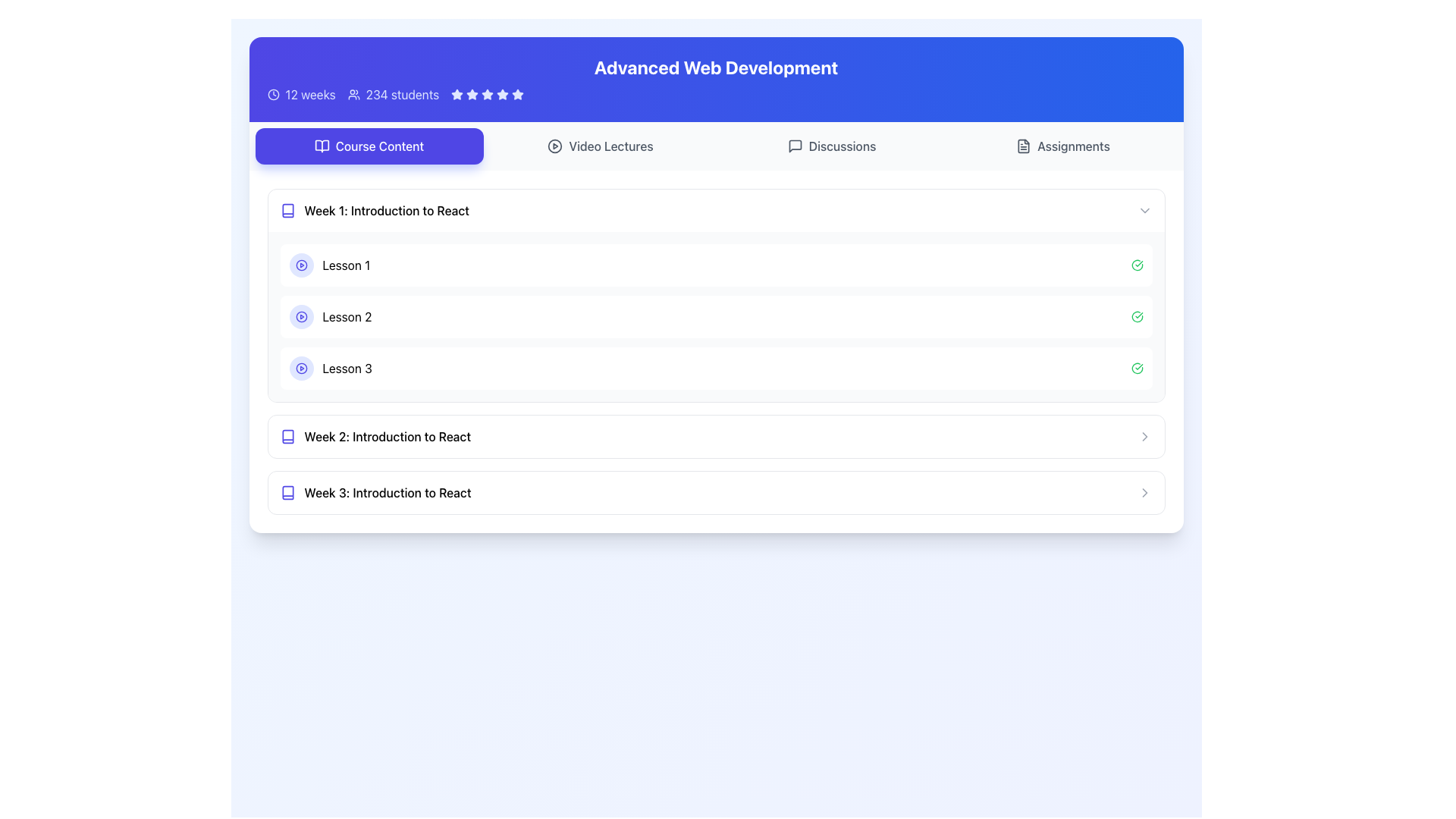 The height and width of the screenshot is (819, 1456). What do you see at coordinates (301, 369) in the screenshot?
I see `the circular play button with a light indigo background located under 'Lesson 3' in the 'Week 1: Introduction to React' course content section` at bounding box center [301, 369].